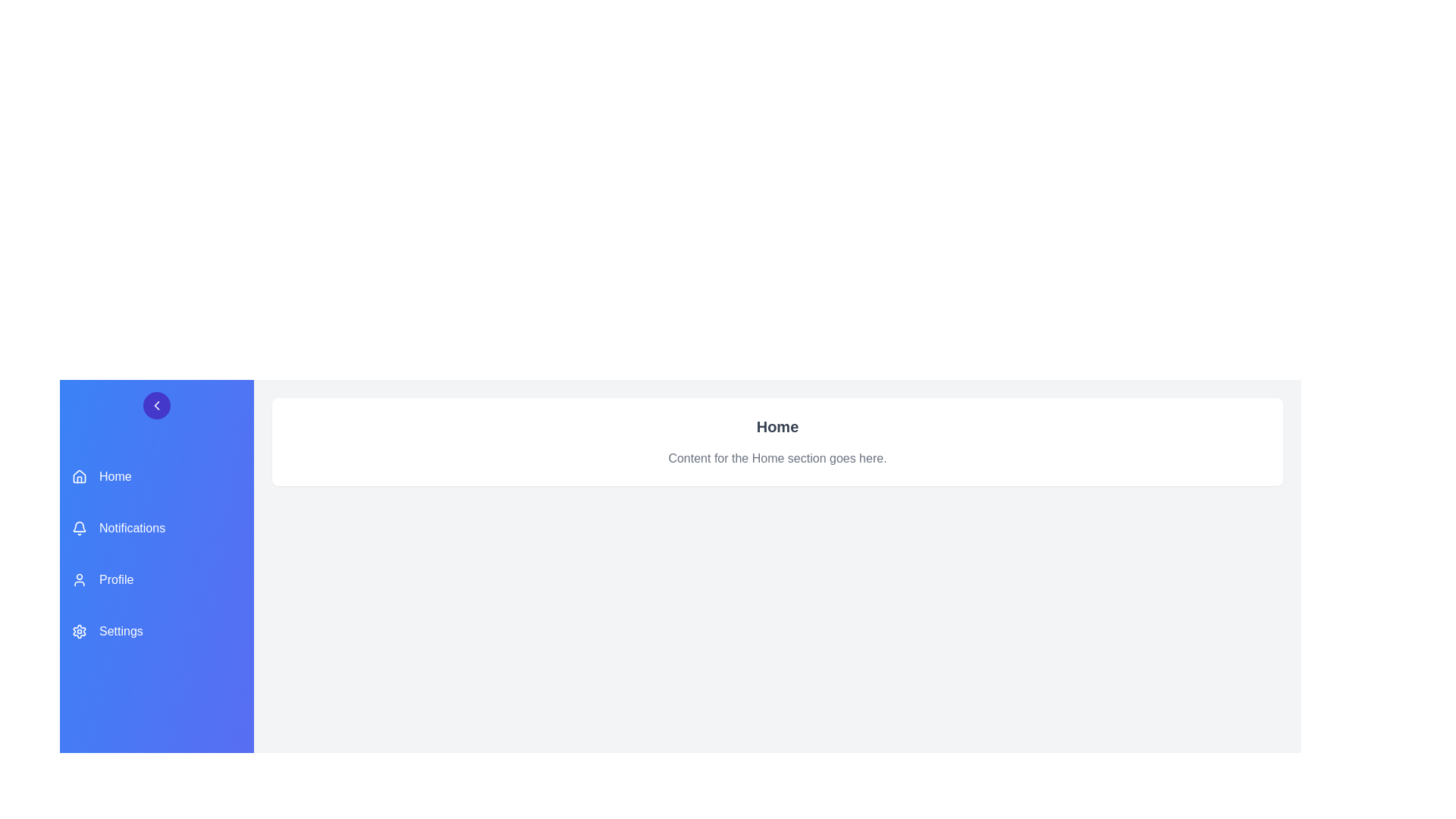  Describe the element at coordinates (156, 528) in the screenshot. I see `the 'Notifications' menu option, which is styled prominently in the left-hand sidebar and features a bell icon next to the text` at that location.